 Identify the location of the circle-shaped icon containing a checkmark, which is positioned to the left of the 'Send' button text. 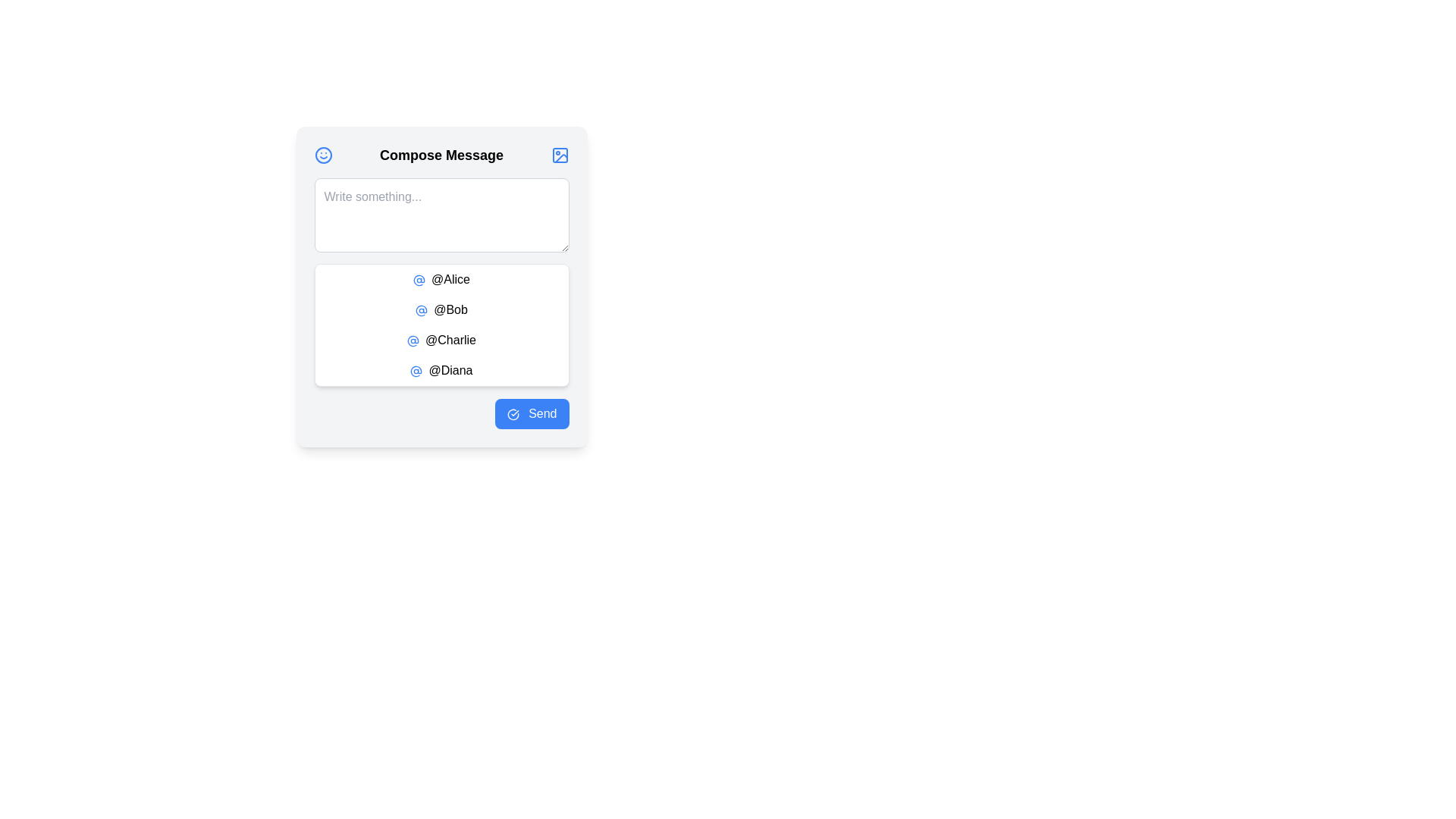
(513, 414).